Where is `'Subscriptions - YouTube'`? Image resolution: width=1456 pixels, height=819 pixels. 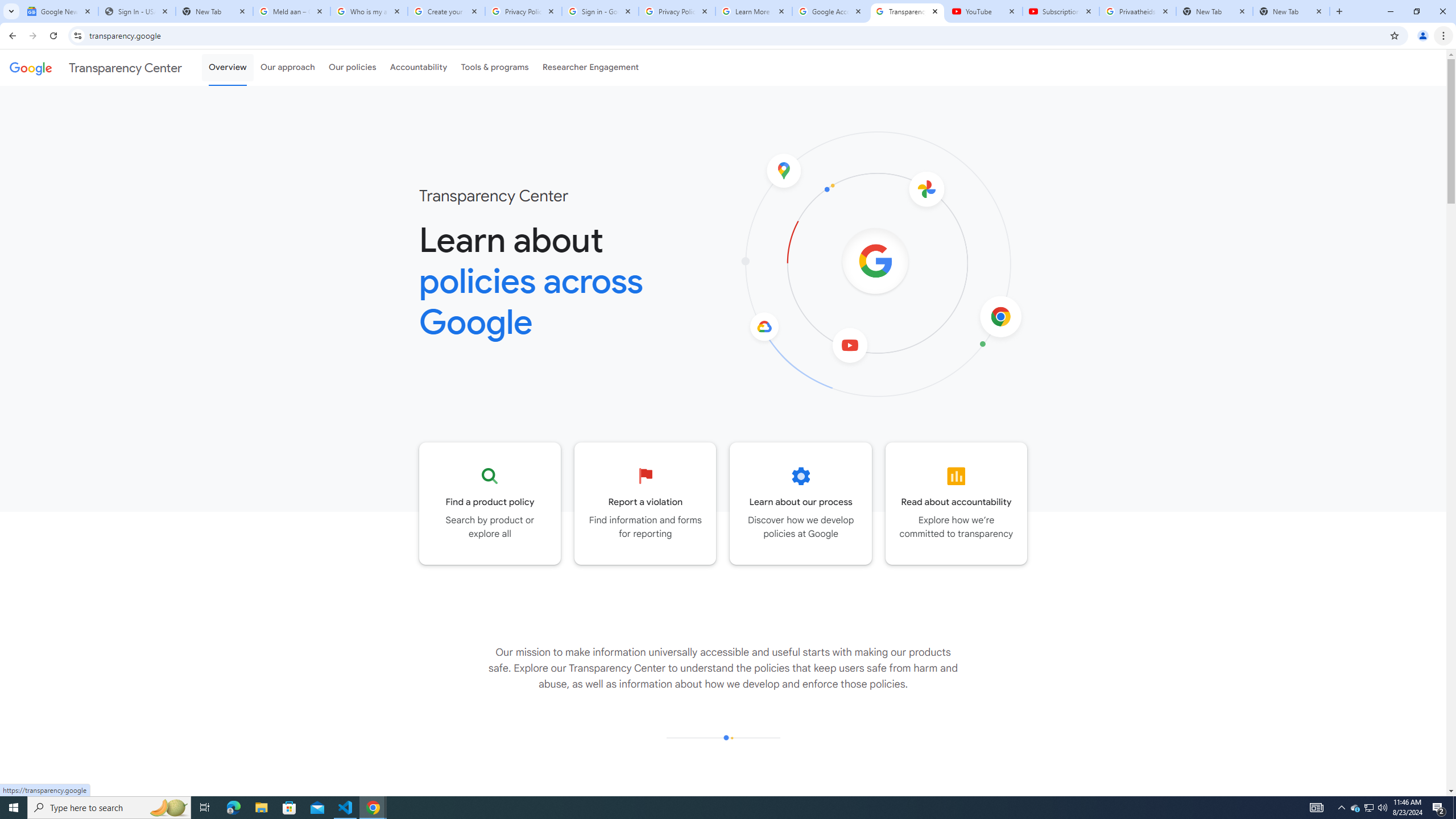 'Subscriptions - YouTube' is located at coordinates (1061, 11).